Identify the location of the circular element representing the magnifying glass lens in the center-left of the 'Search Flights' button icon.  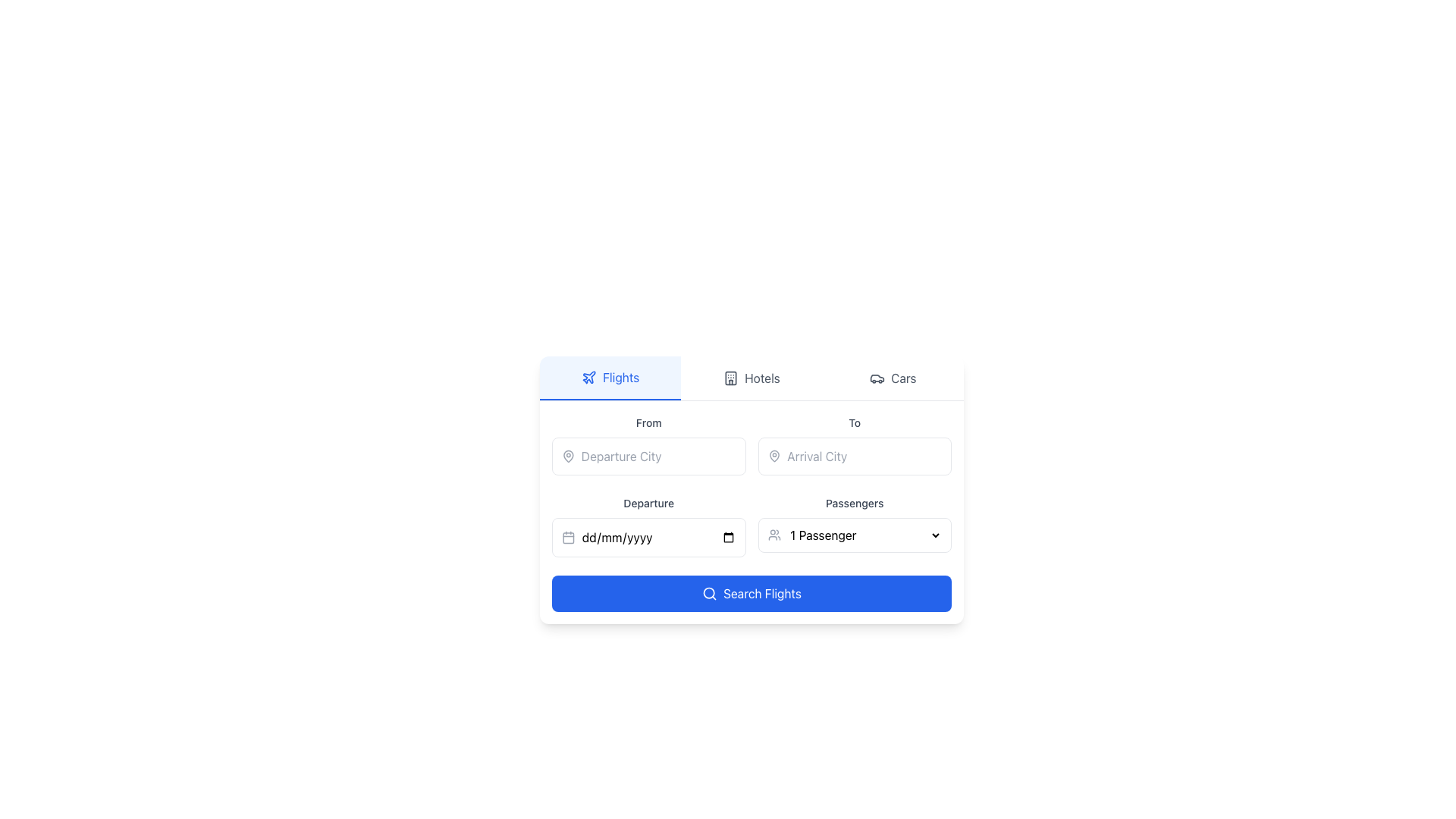
(708, 592).